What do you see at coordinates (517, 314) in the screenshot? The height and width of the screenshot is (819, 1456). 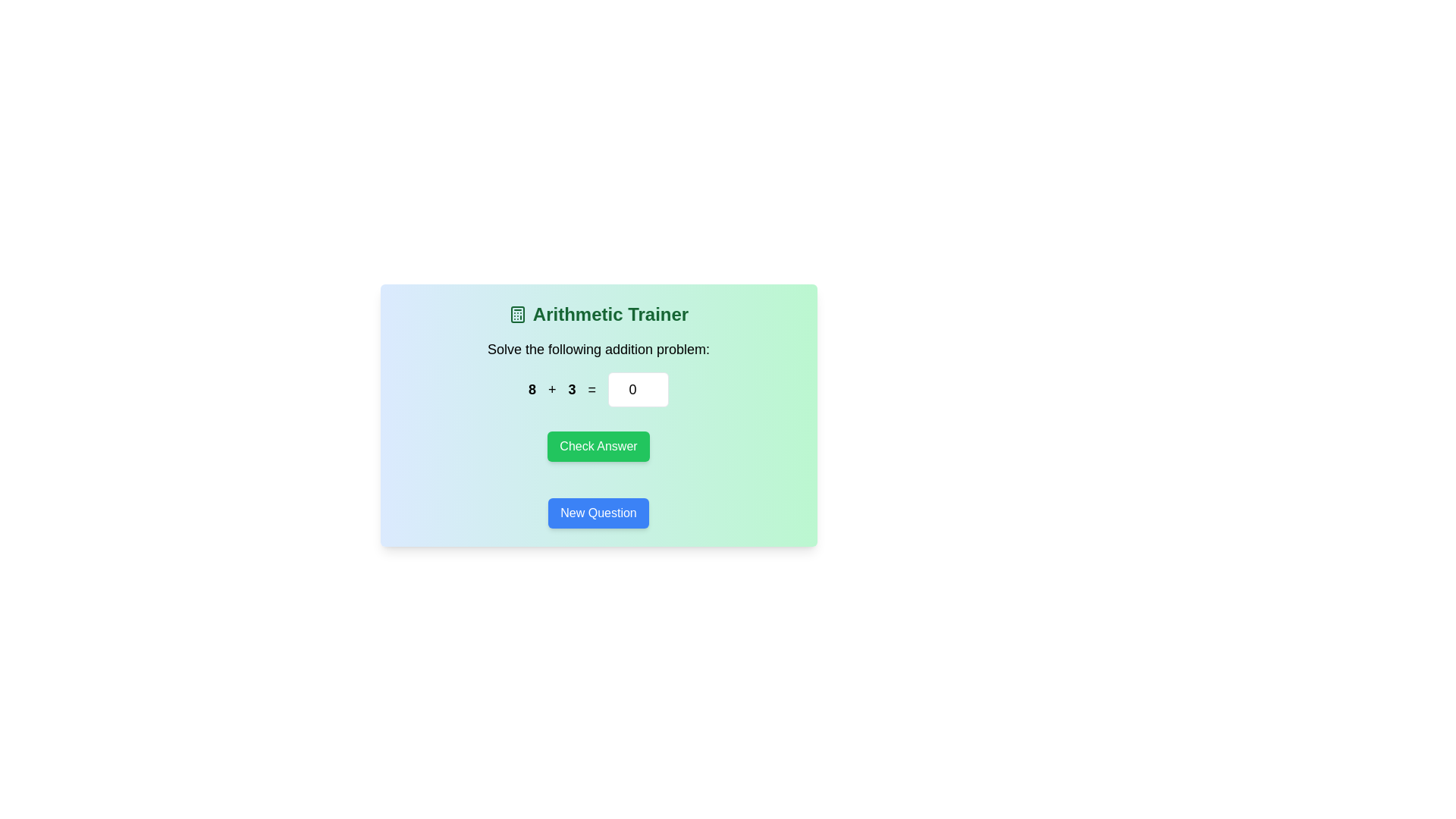 I see `the calculator icon located to the left of the 'Arithmetic Trainer' text at the top center of the interface` at bounding box center [517, 314].